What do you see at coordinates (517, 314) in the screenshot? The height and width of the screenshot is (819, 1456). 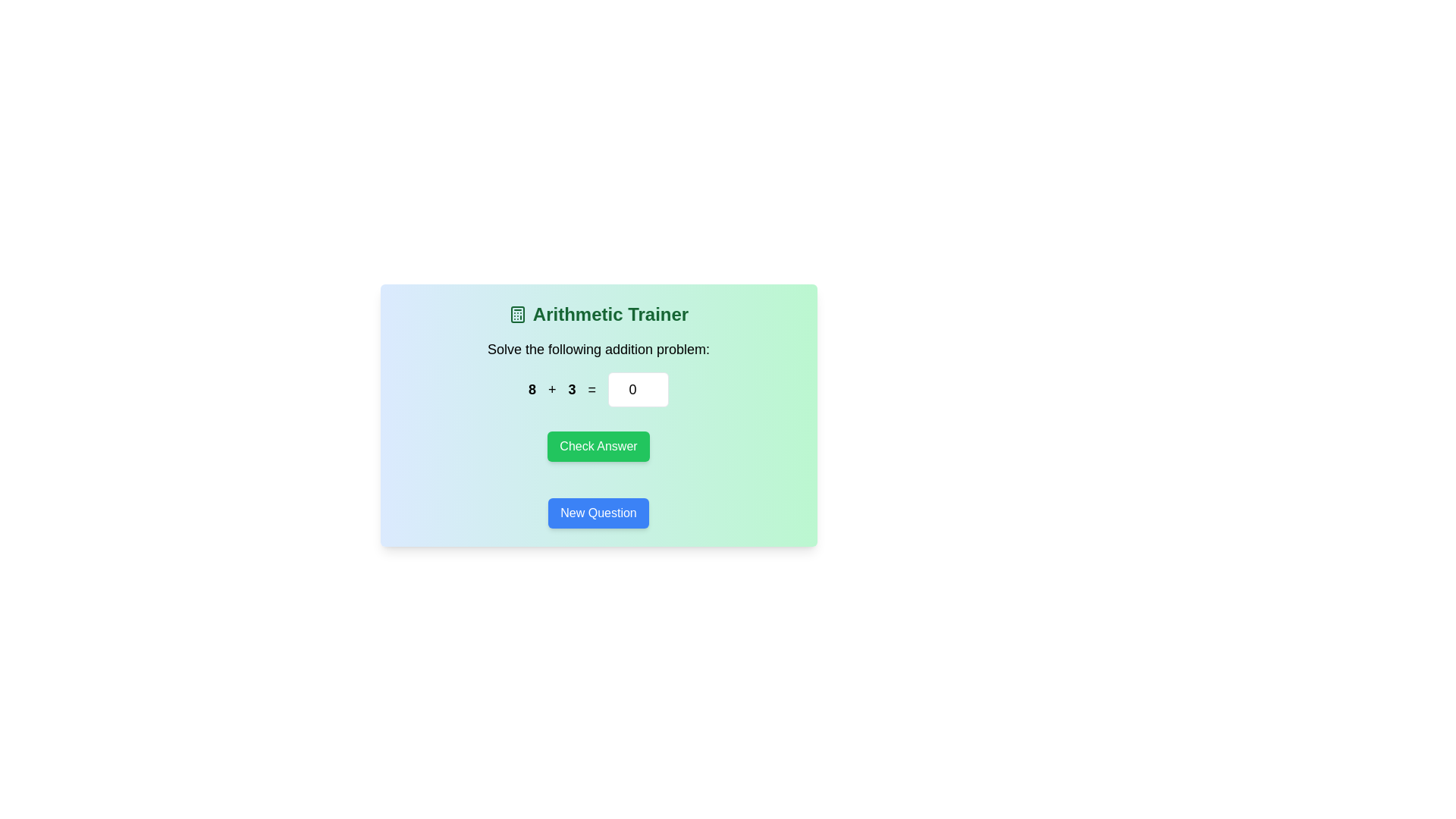 I see `the calculator icon located to the left of the 'Arithmetic Trainer' text at the top center of the interface` at bounding box center [517, 314].